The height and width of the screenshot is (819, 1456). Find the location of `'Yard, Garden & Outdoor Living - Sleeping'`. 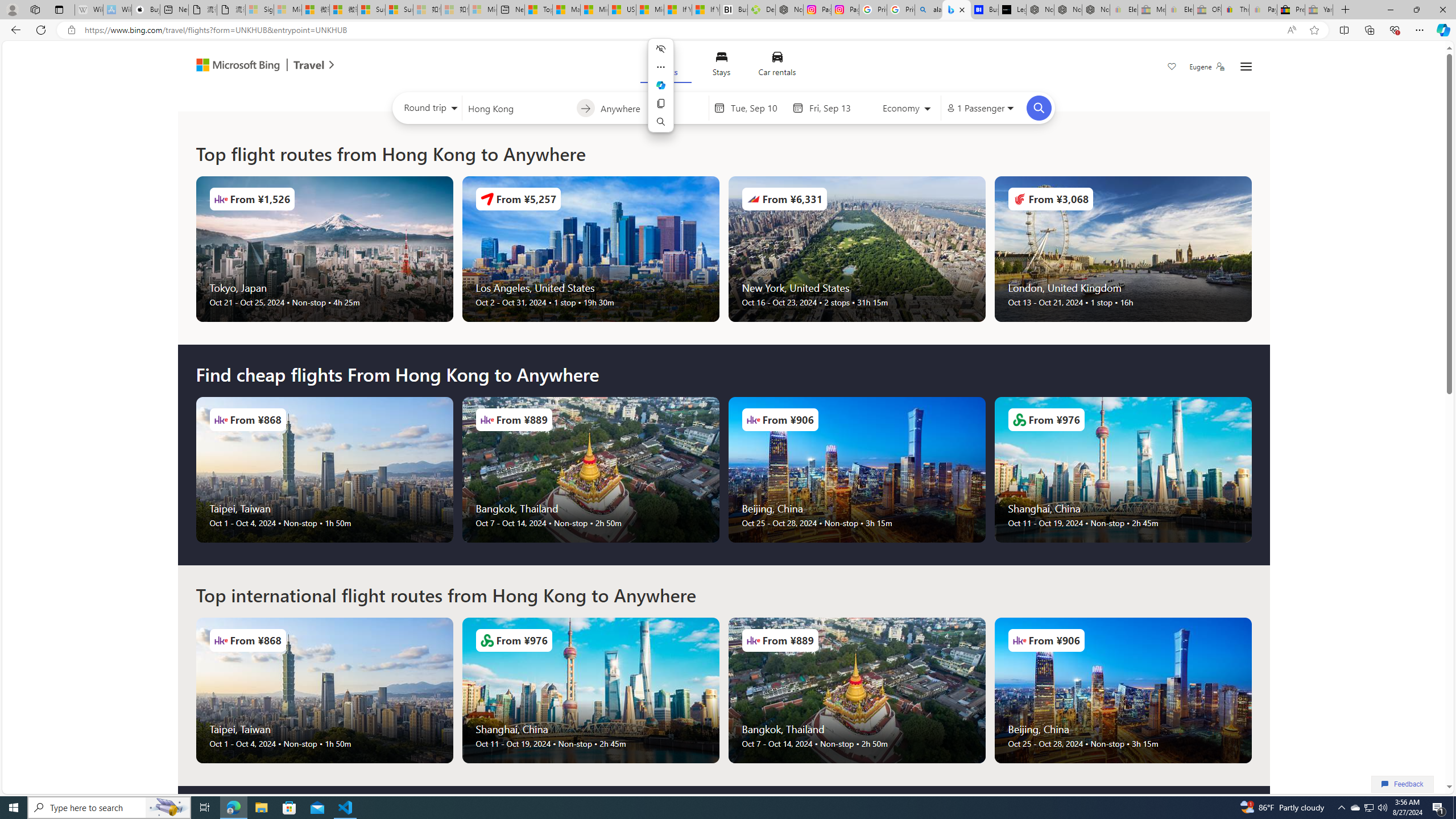

'Yard, Garden & Outdoor Living - Sleeping' is located at coordinates (1319, 9).